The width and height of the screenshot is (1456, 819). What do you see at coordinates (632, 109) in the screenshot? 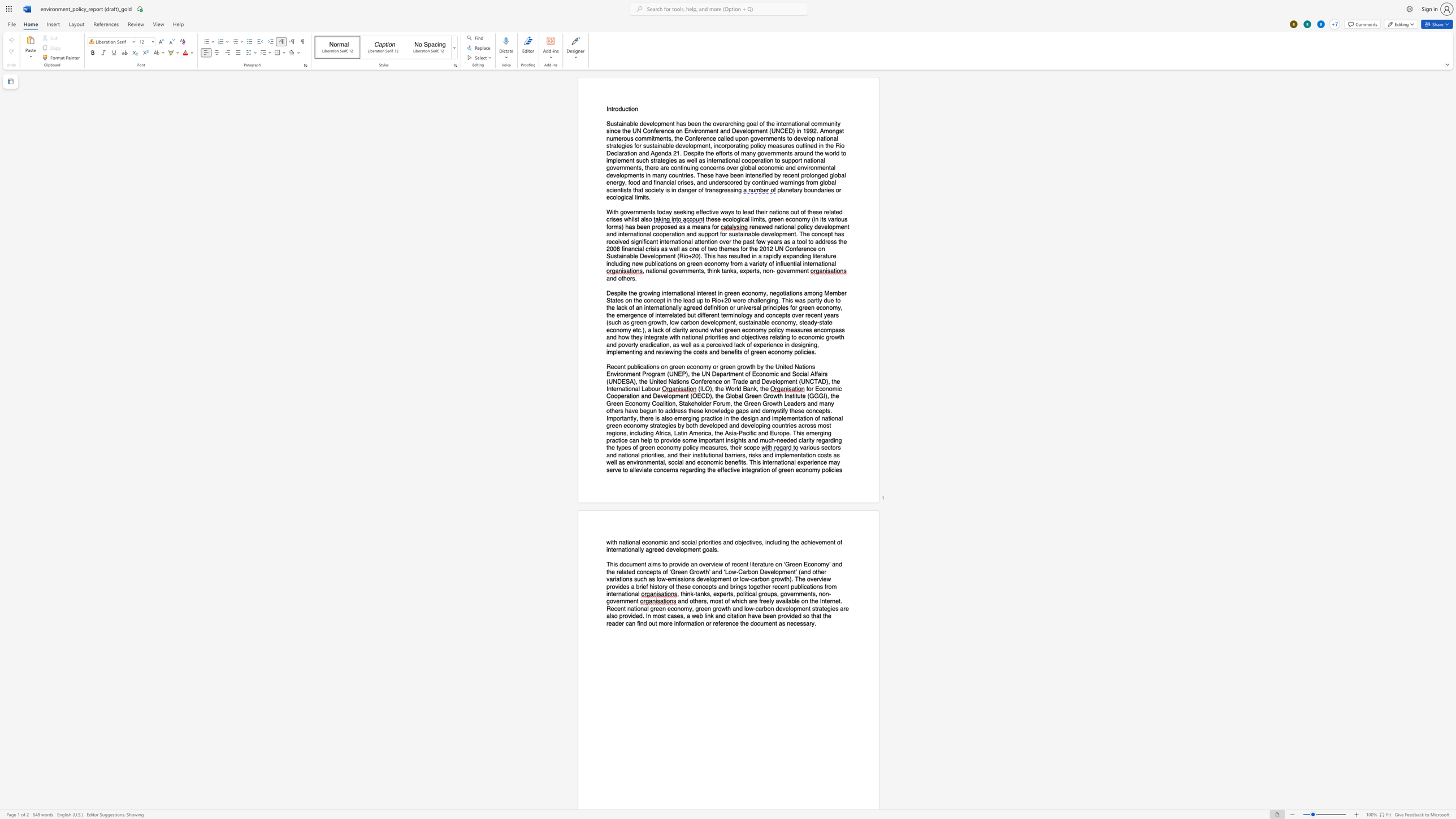
I see `the space between the continuous character "i" and "o" in the text` at bounding box center [632, 109].